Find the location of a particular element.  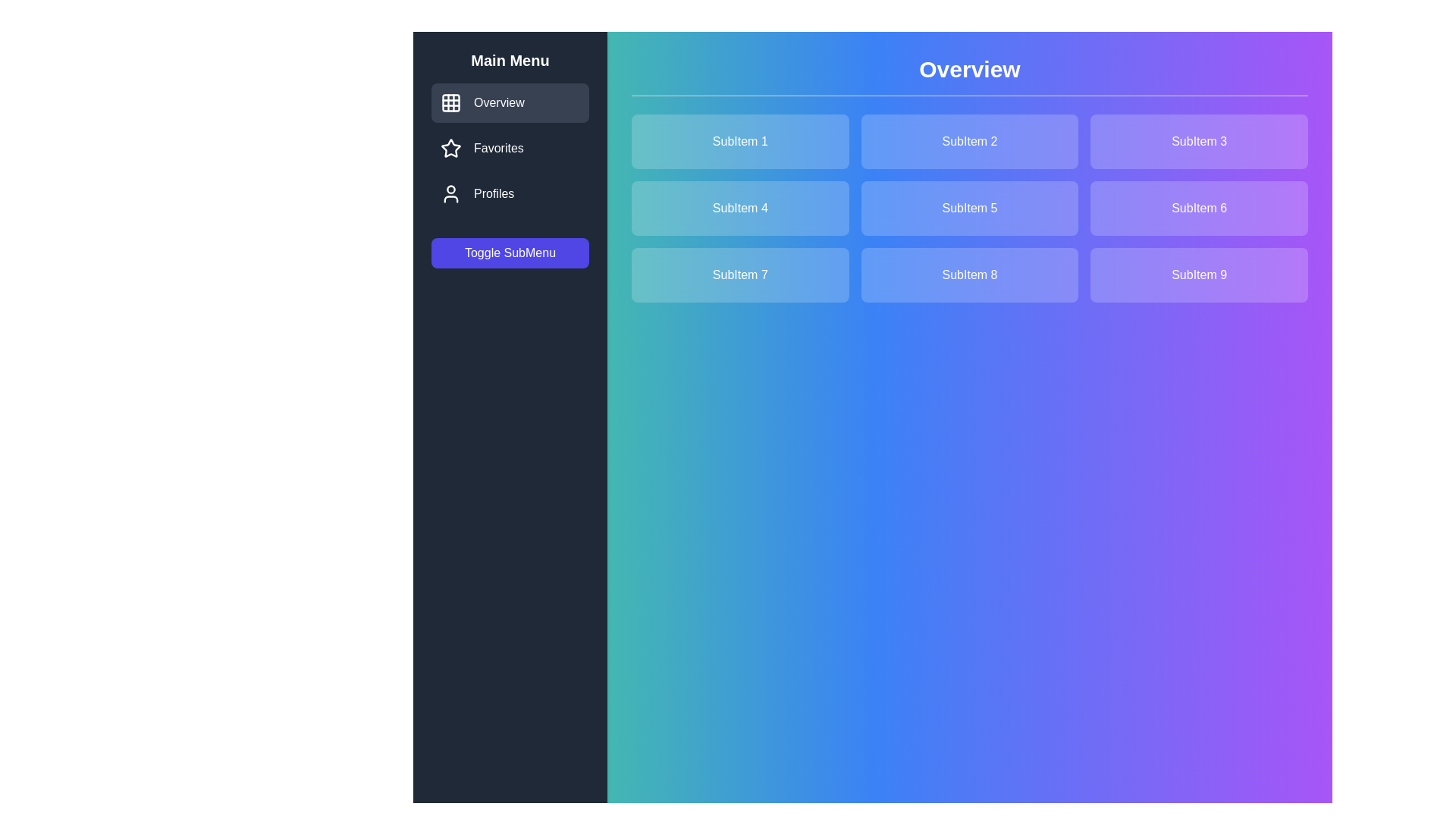

'Toggle SubMenu' button to toggle the visibility of the submenu is located at coordinates (510, 253).